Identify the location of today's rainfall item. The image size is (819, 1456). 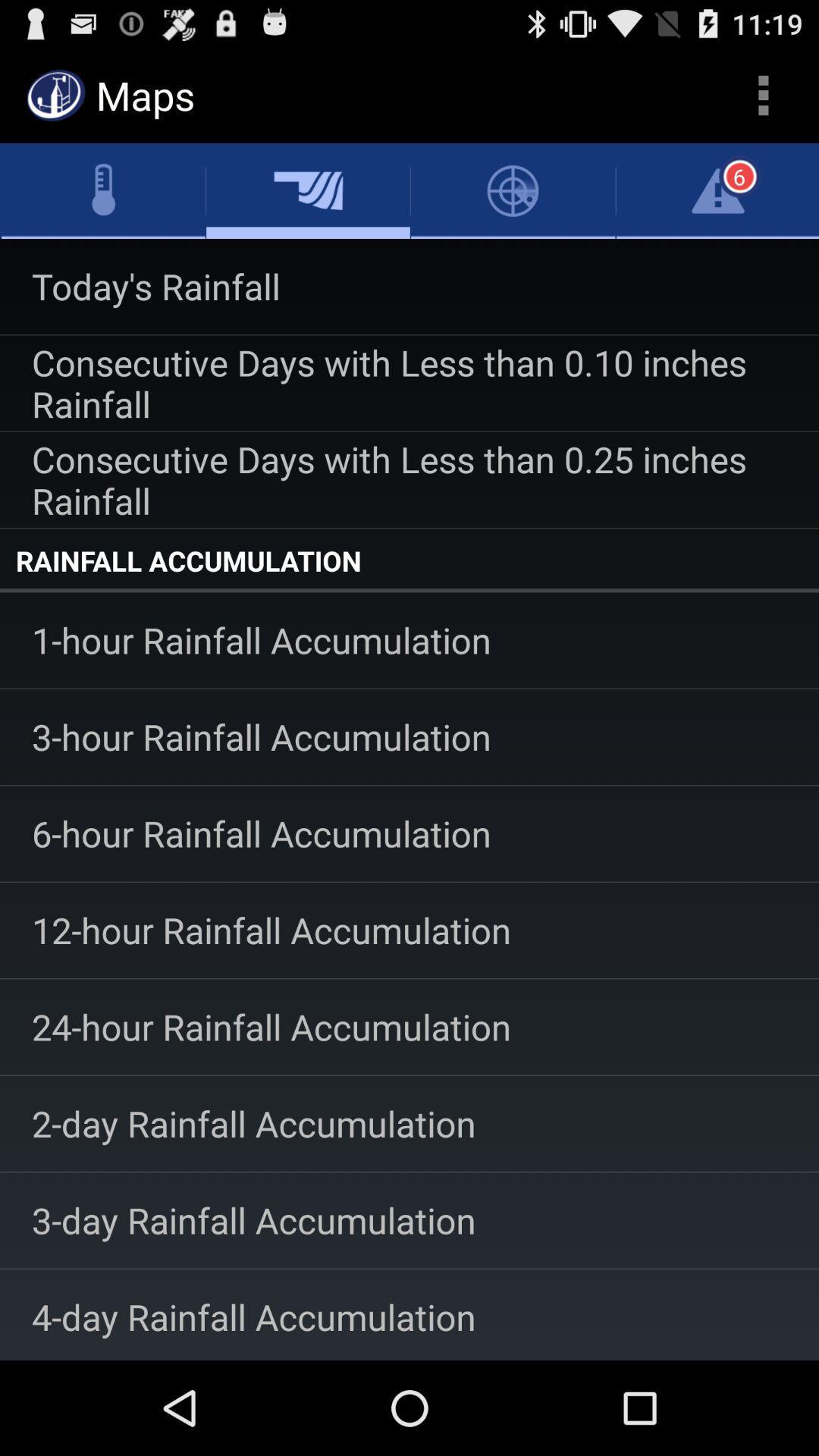
(409, 287).